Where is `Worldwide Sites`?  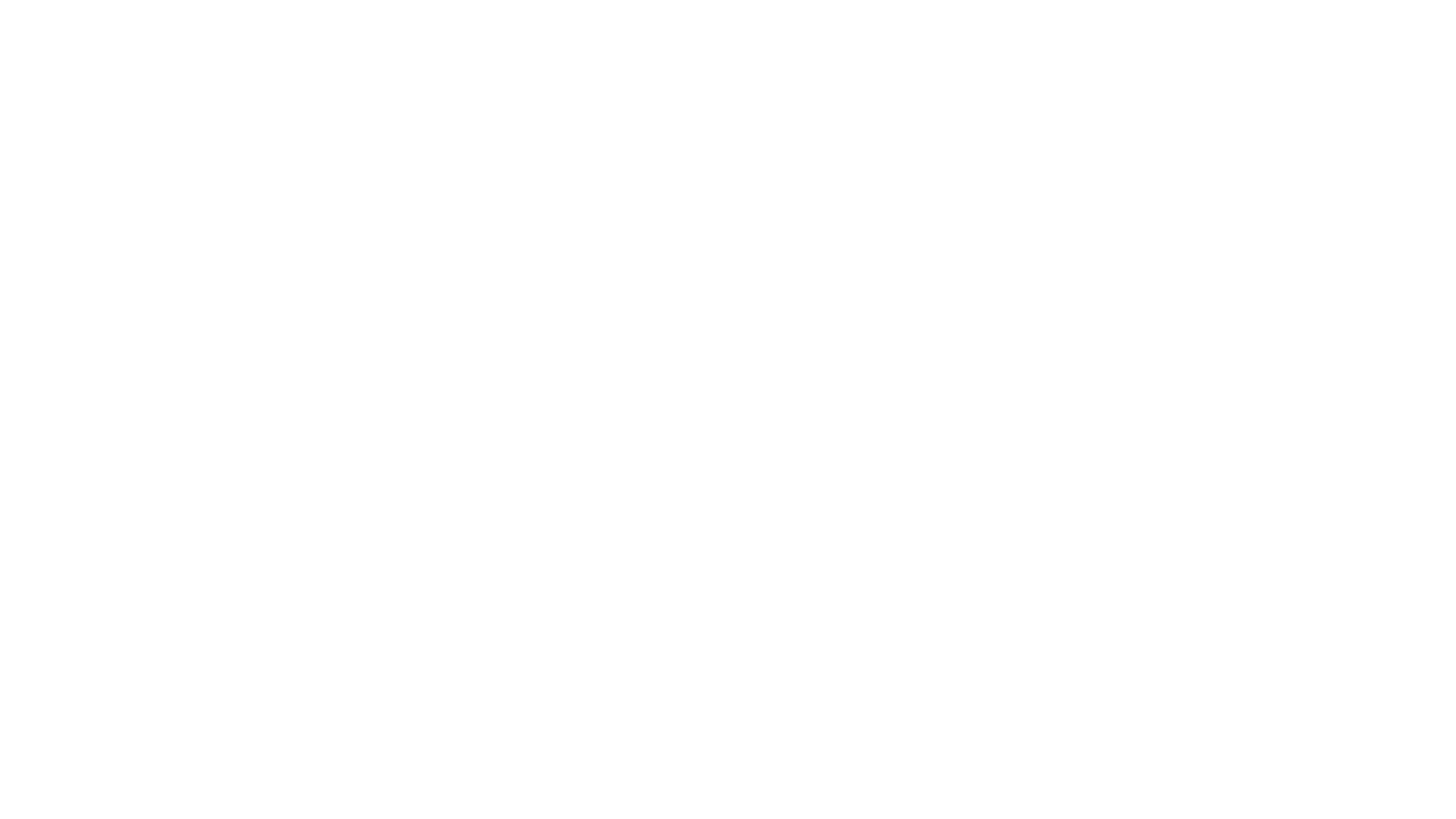
Worldwide Sites is located at coordinates (1058, 24).